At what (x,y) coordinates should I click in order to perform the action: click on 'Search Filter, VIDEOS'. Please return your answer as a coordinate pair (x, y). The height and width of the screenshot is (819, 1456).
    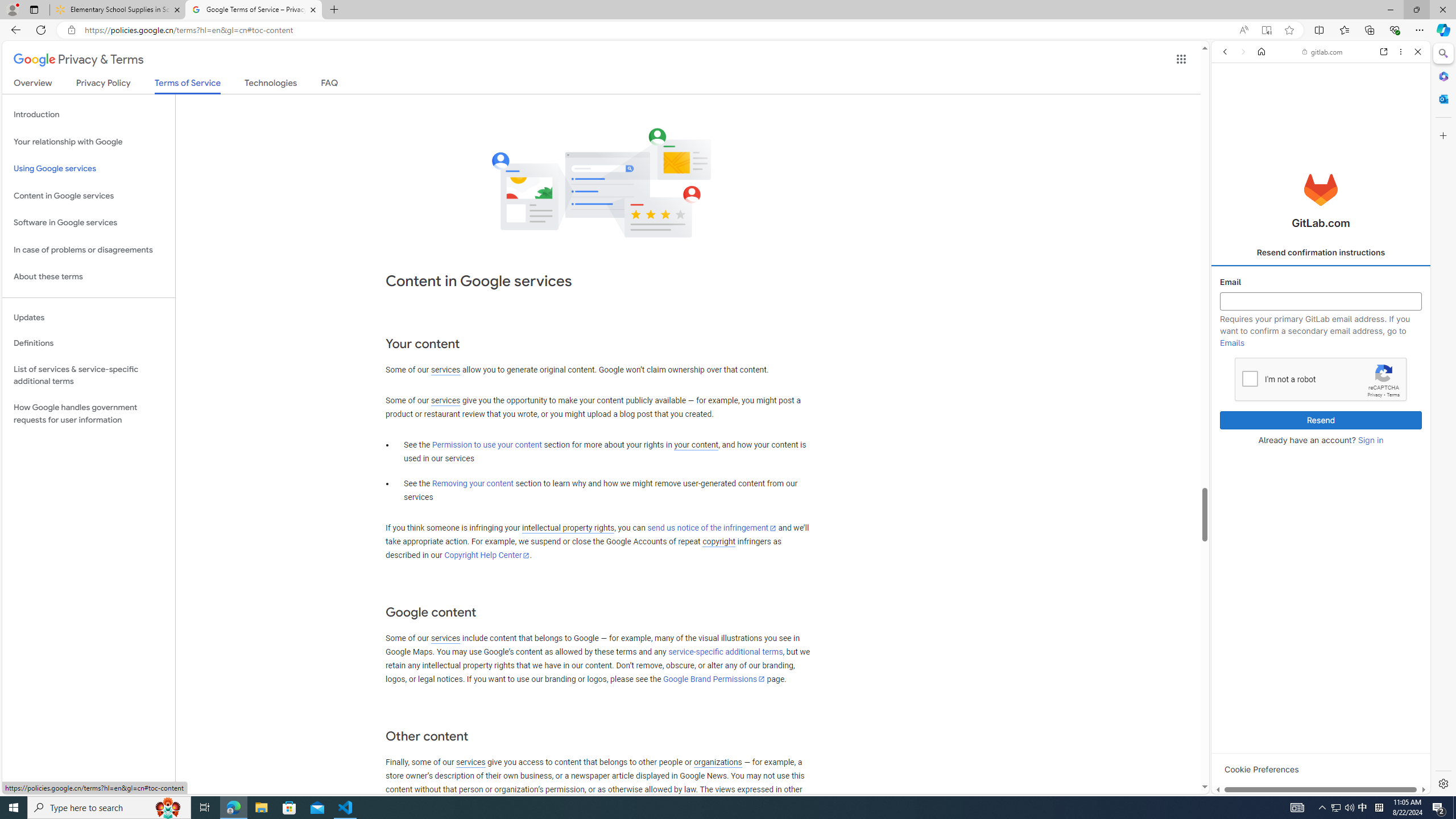
    Looking at the image, I should click on (1298, 129).